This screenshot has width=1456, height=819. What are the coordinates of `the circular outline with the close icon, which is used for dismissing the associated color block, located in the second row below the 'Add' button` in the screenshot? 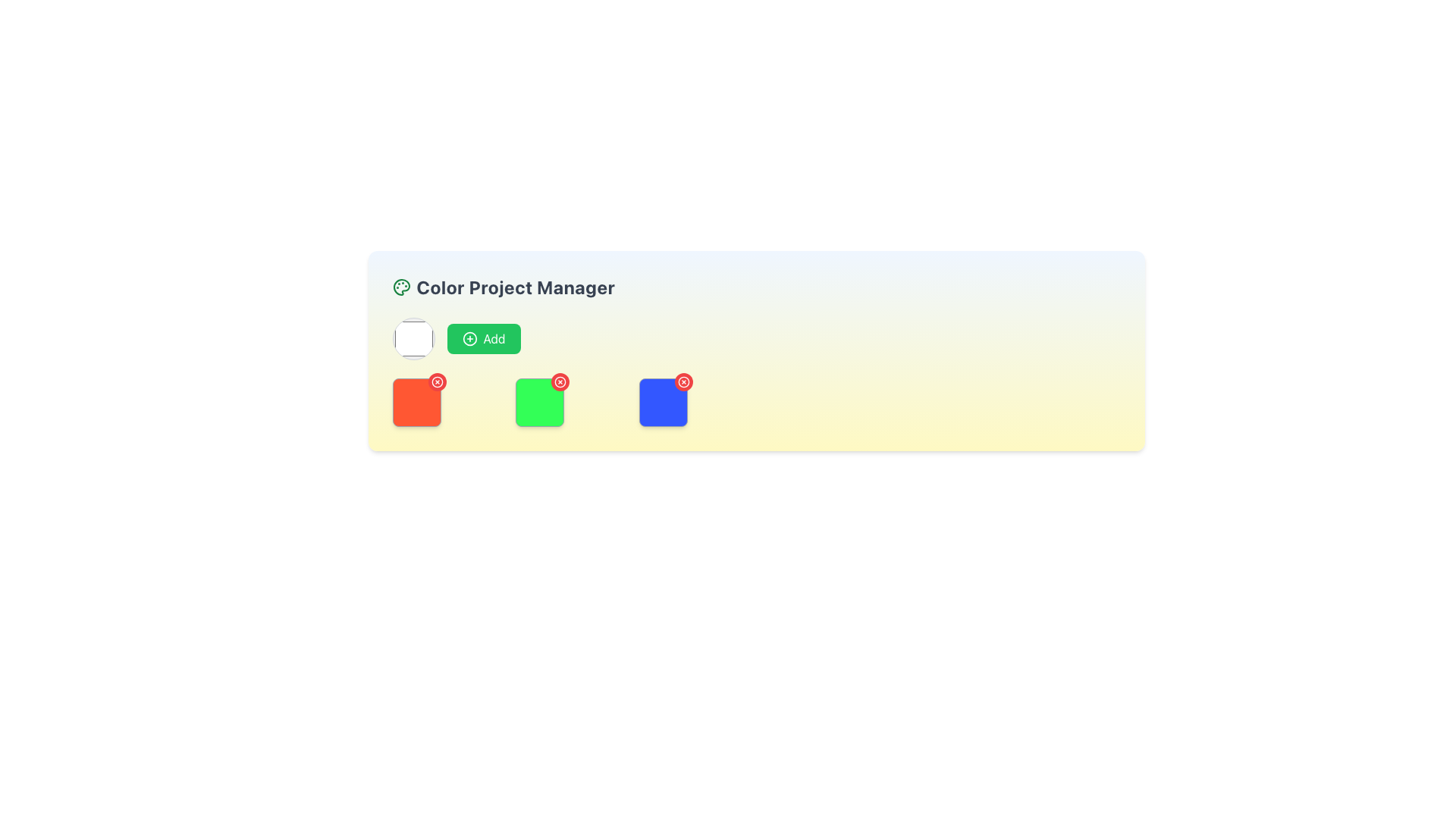 It's located at (560, 381).